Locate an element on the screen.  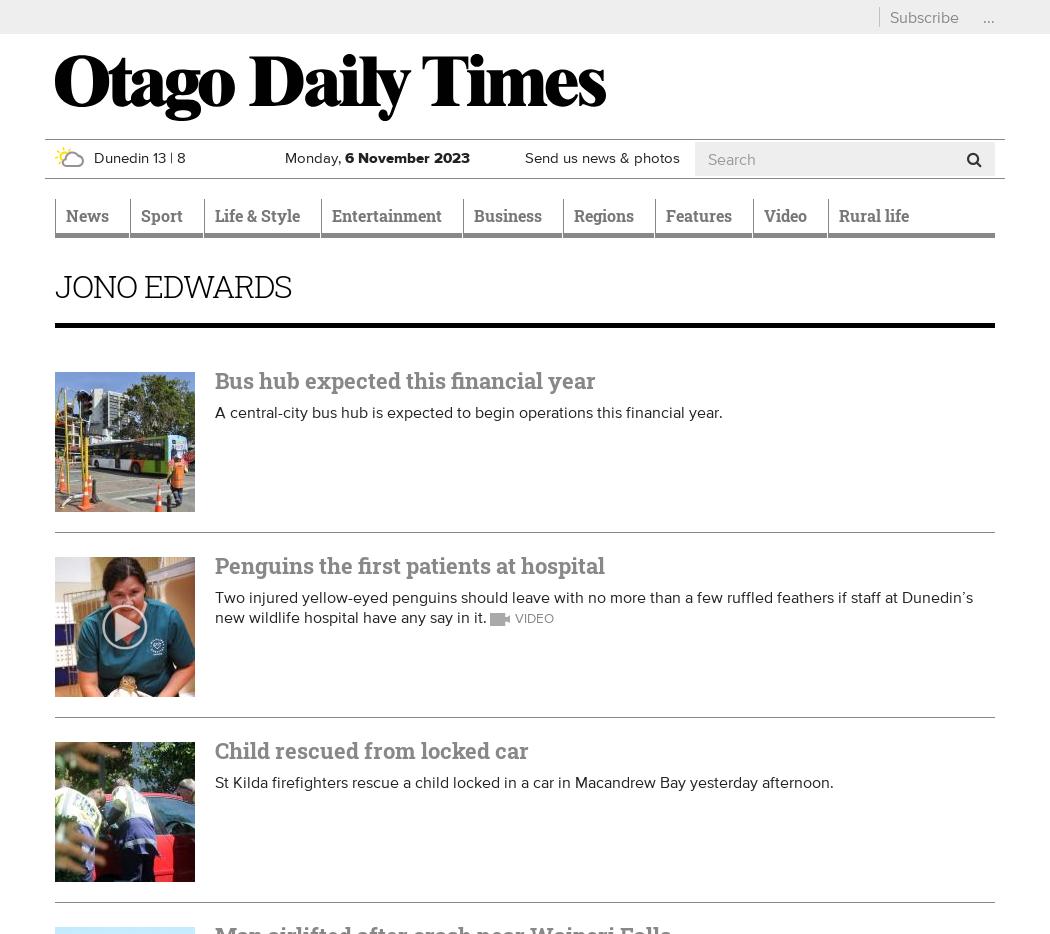
'6' is located at coordinates (344, 158).